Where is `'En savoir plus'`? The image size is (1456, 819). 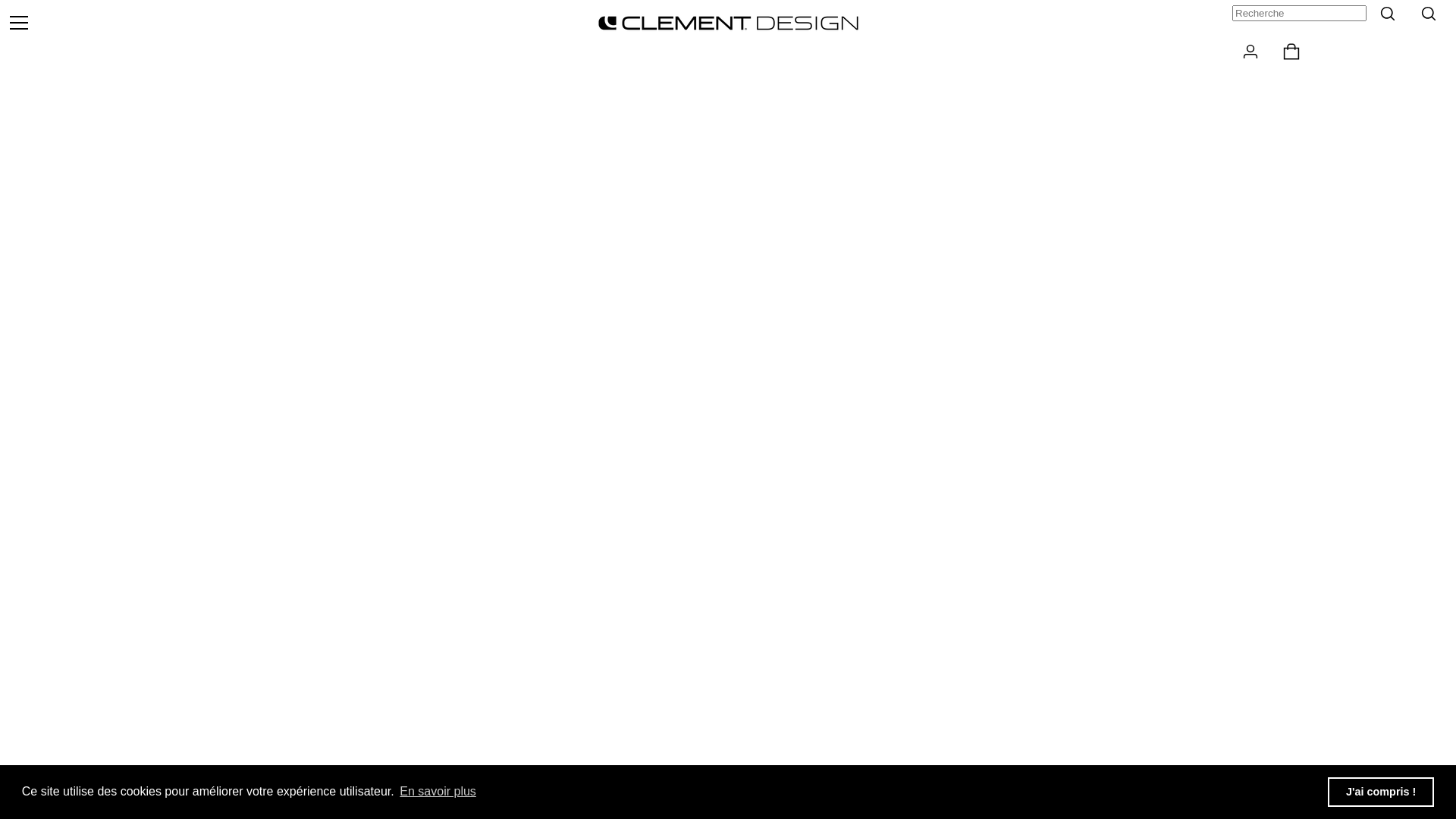 'En savoir plus' is located at coordinates (437, 791).